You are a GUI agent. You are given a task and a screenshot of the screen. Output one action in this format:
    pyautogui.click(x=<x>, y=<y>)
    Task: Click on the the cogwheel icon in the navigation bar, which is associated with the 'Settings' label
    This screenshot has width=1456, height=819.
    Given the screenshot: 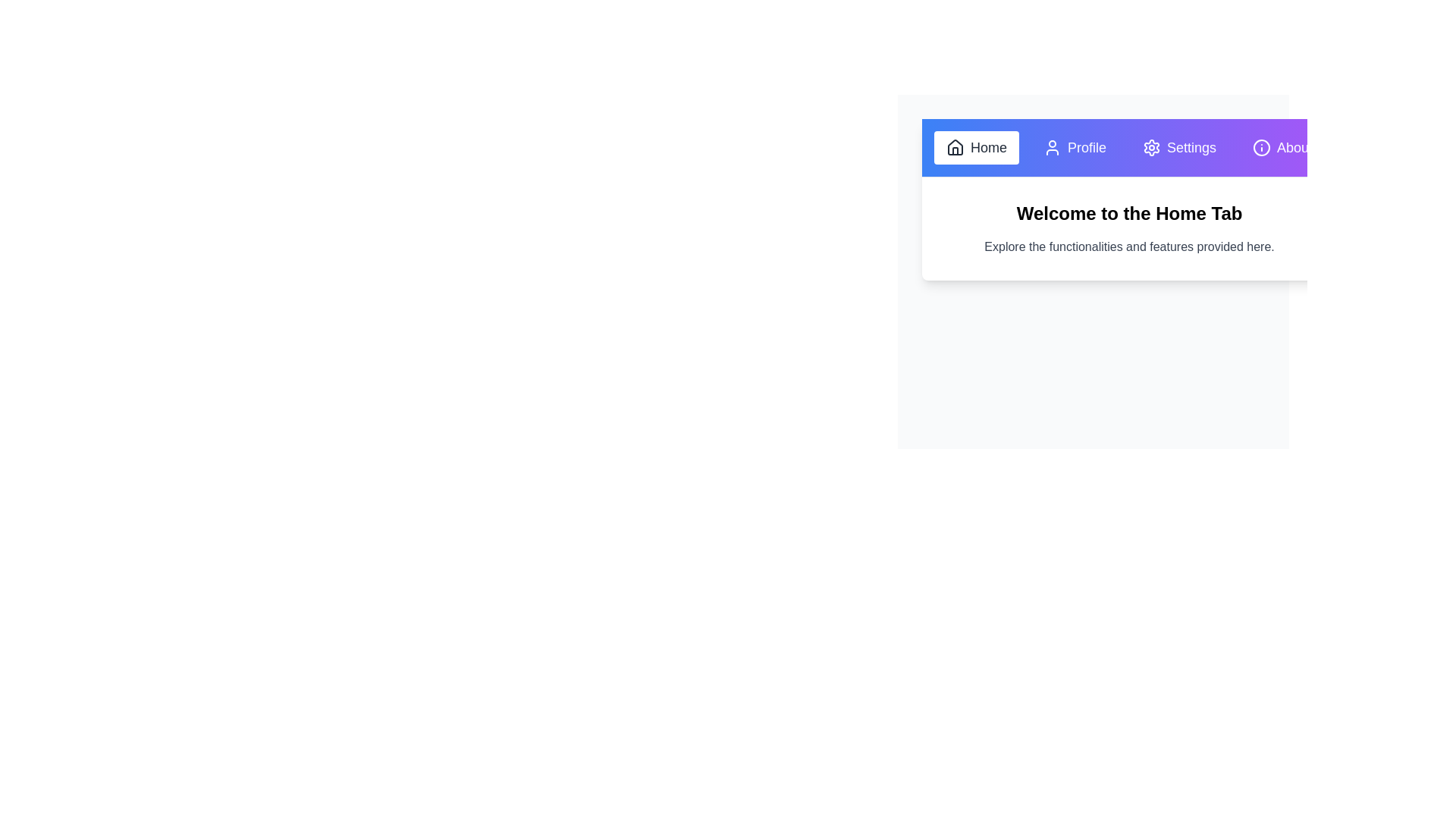 What is the action you would take?
    pyautogui.click(x=1152, y=148)
    